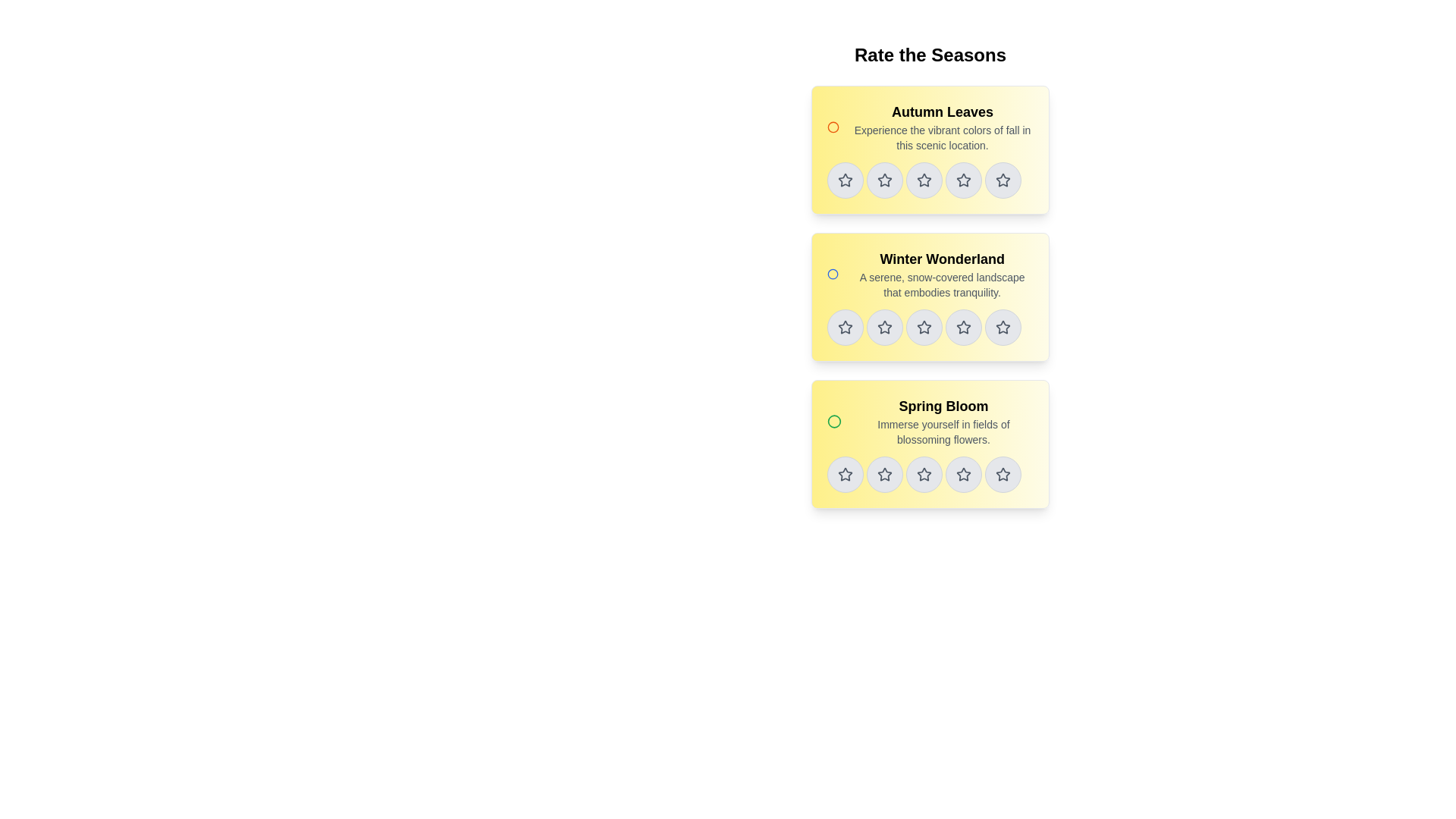 Image resolution: width=1456 pixels, height=819 pixels. Describe the element at coordinates (963, 180) in the screenshot. I see `on the fourth rating button in the rating row for 'Autumn Leaves'` at that location.